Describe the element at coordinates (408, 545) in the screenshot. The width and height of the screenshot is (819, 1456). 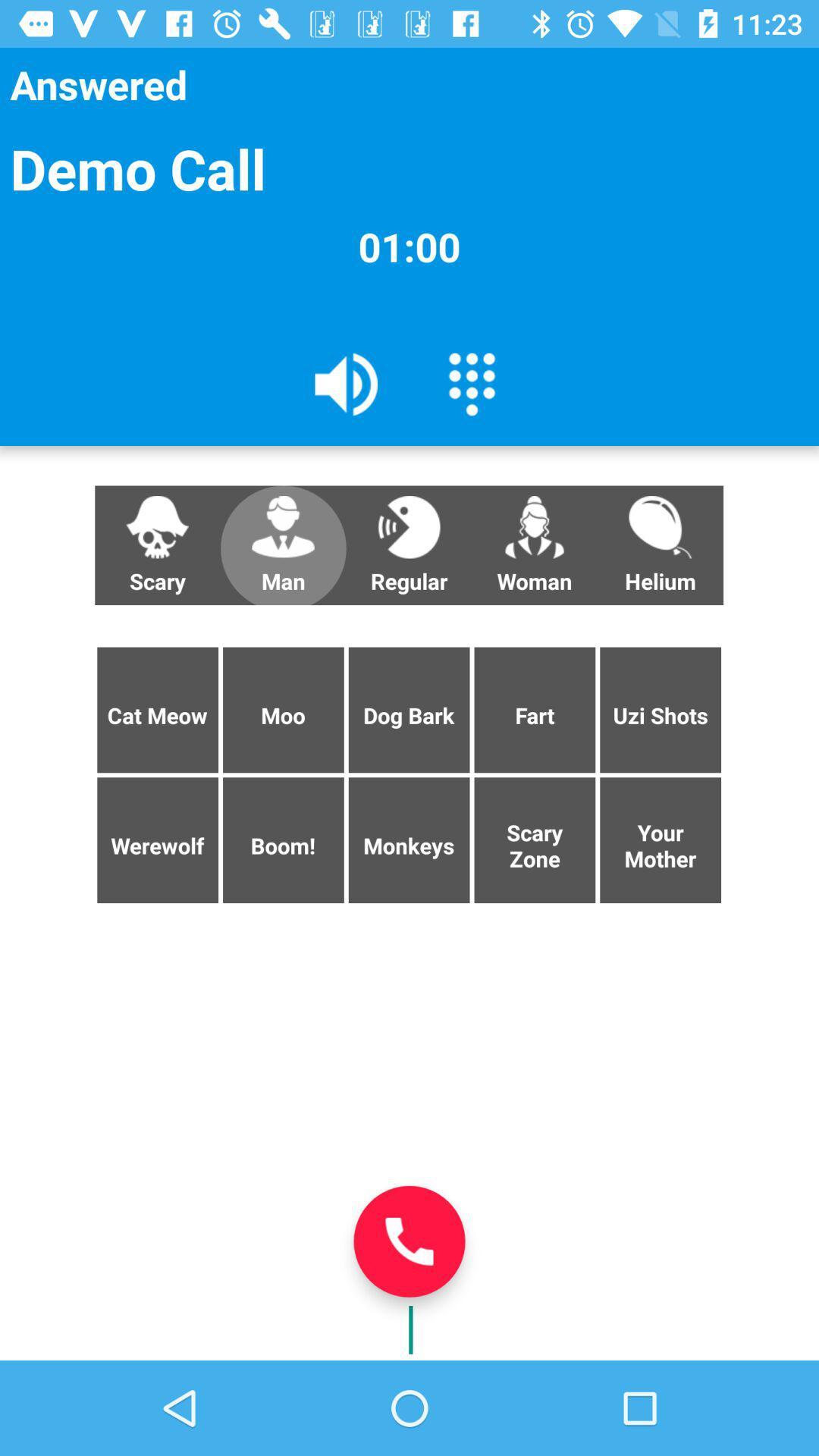
I see `button next to the man item` at that location.